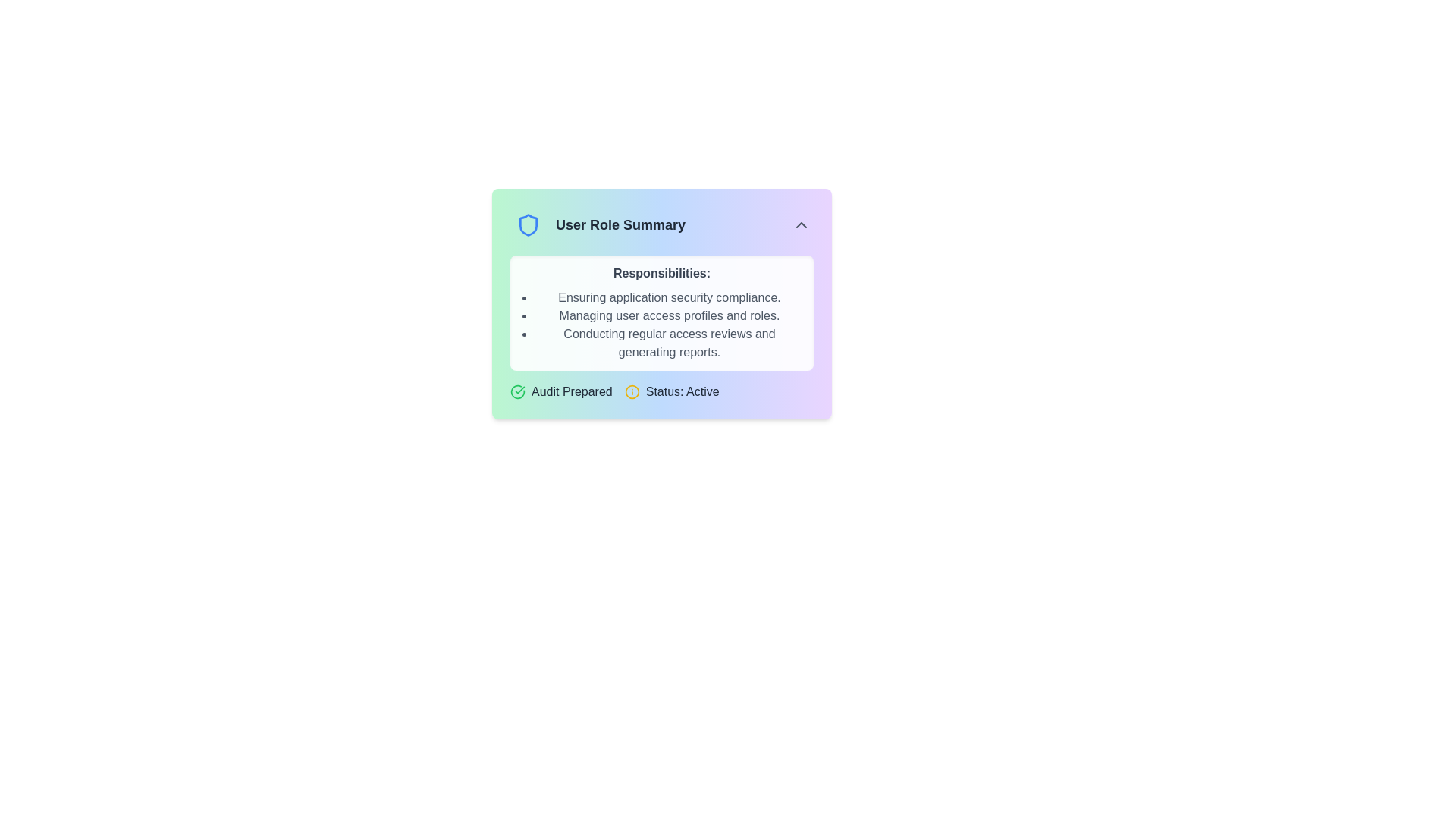 The width and height of the screenshot is (1456, 819). I want to click on the yellow circular element that is the innermost part of the information icon in the upper-left corner of the 'User Role Summary' card header, so click(632, 391).